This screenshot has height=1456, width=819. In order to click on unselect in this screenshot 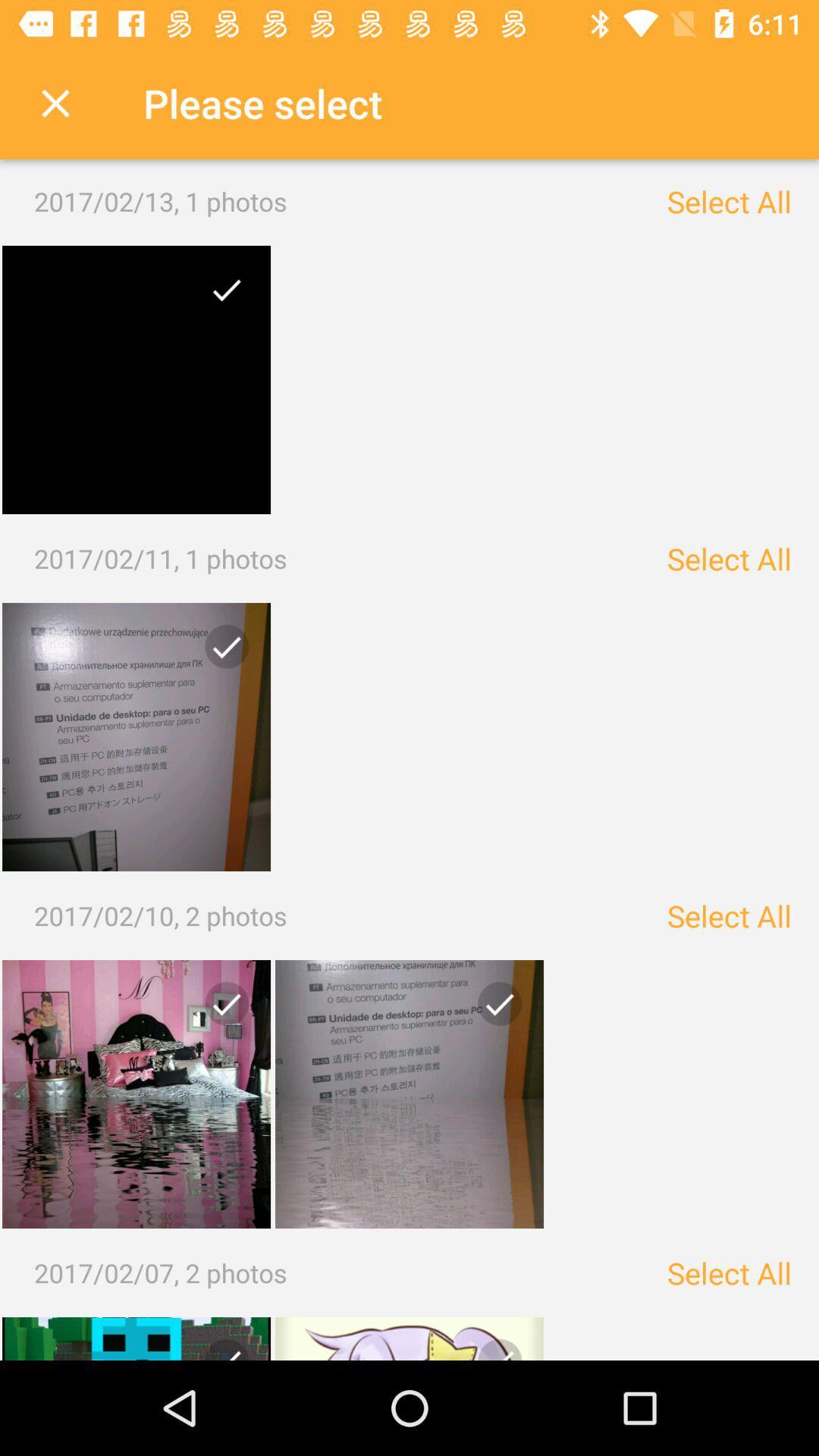, I will do `click(221, 1009)`.